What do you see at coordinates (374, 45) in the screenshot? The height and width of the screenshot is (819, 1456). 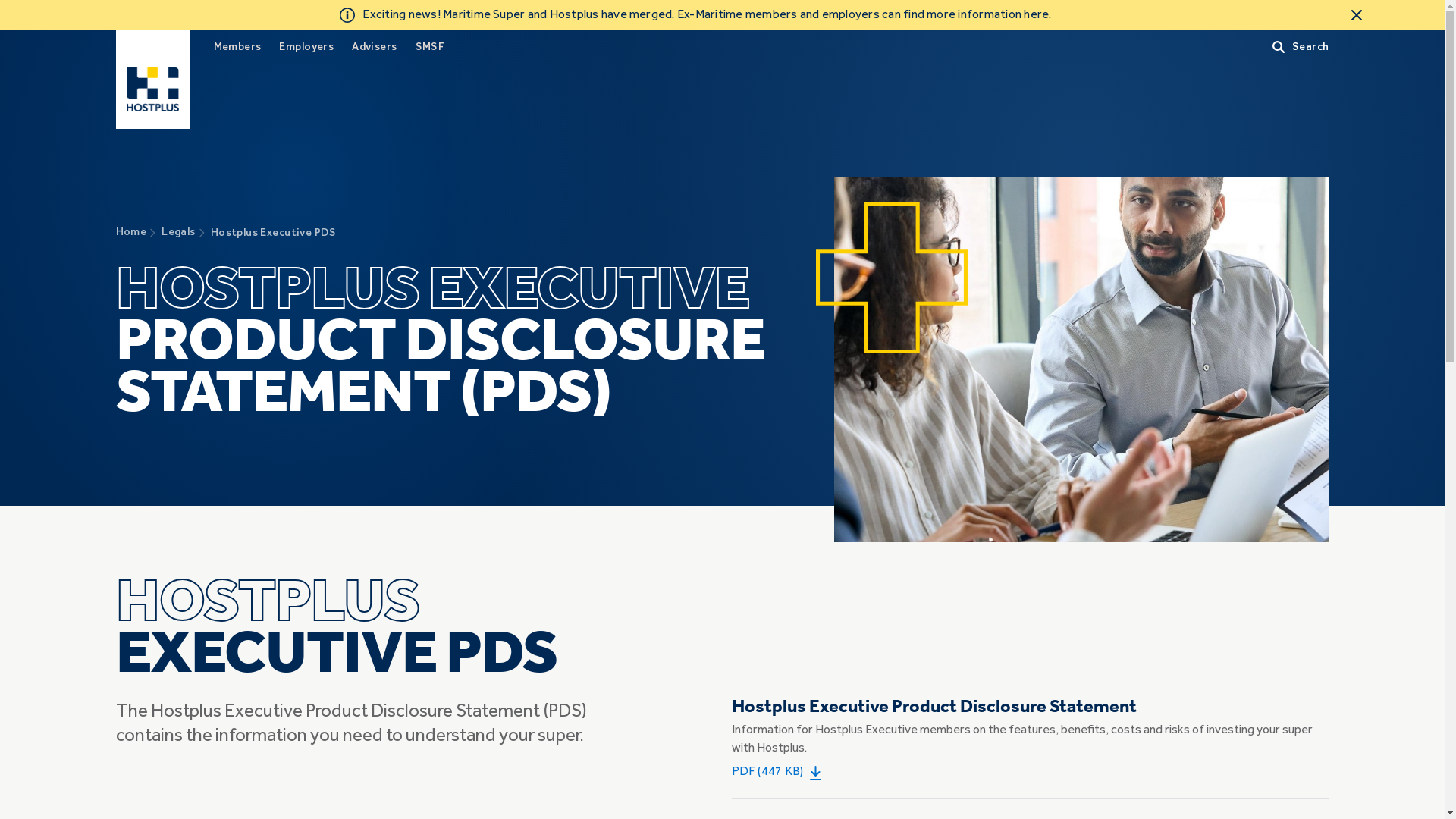 I see `'Advisers'` at bounding box center [374, 45].